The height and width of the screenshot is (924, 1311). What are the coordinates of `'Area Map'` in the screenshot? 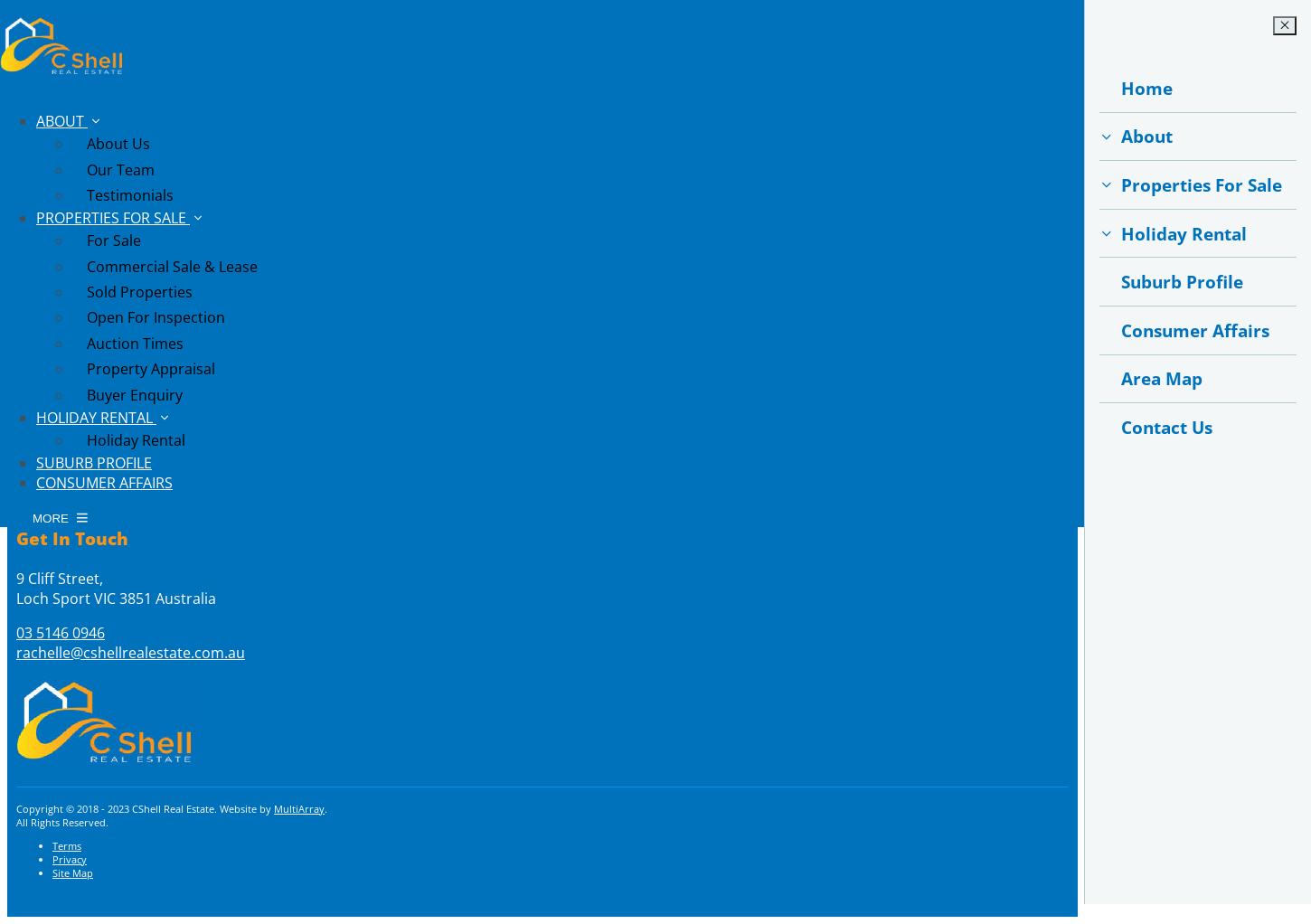 It's located at (1161, 378).